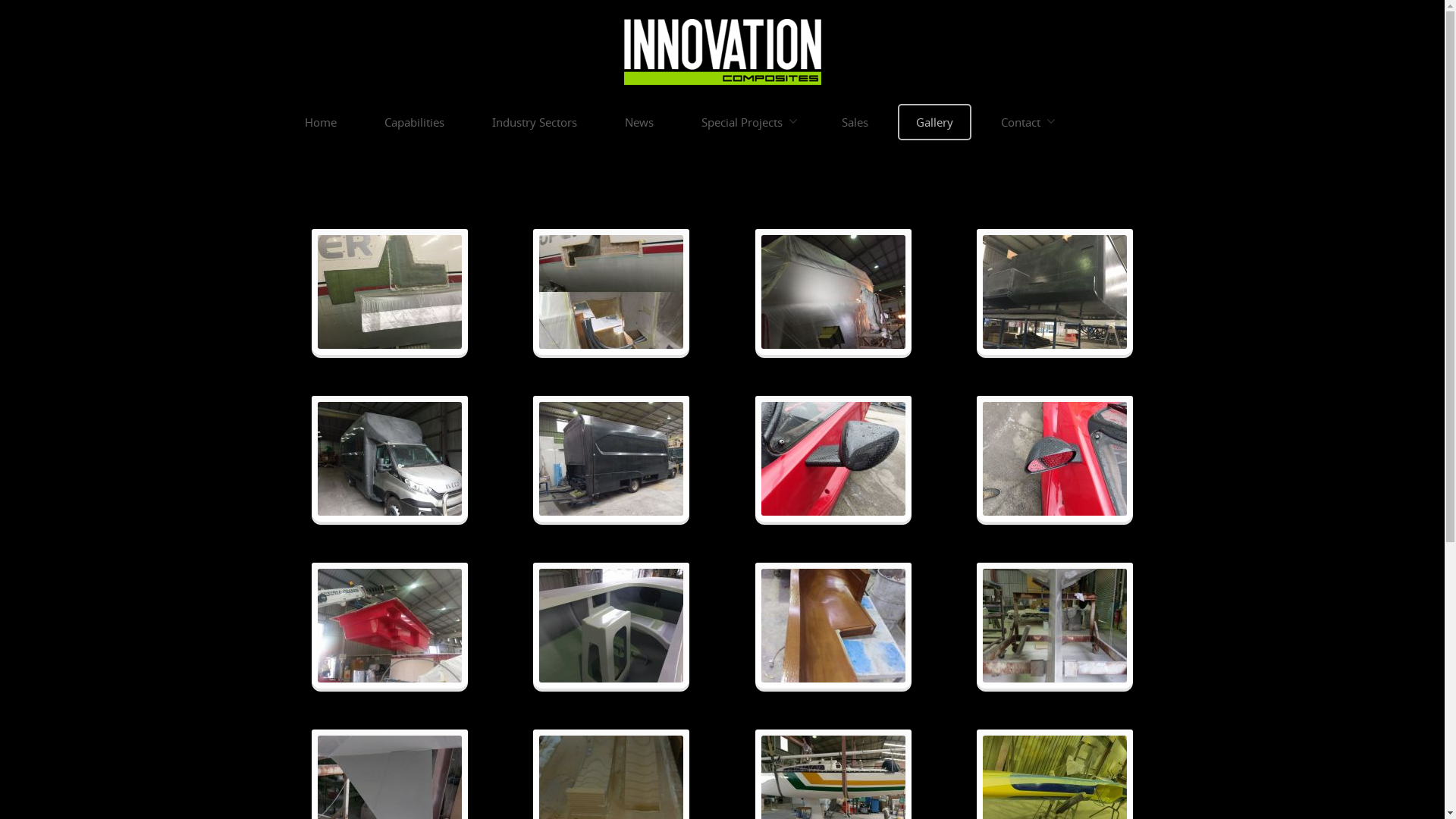 The image size is (1456, 819). What do you see at coordinates (934, 121) in the screenshot?
I see `'Gallery'` at bounding box center [934, 121].